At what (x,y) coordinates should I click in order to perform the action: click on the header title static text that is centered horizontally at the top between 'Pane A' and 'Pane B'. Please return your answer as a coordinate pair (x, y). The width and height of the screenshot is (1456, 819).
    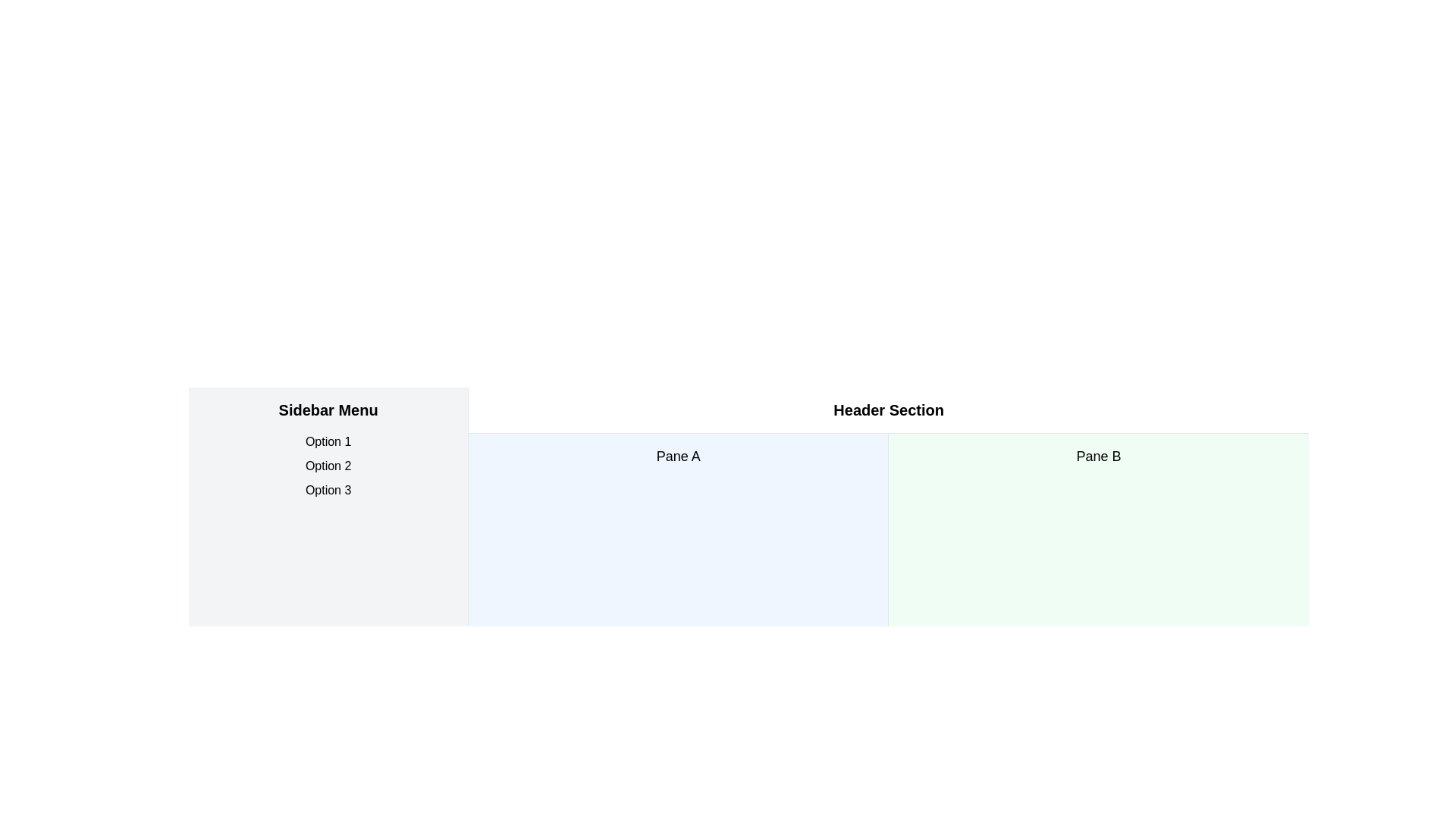
    Looking at the image, I should click on (889, 409).